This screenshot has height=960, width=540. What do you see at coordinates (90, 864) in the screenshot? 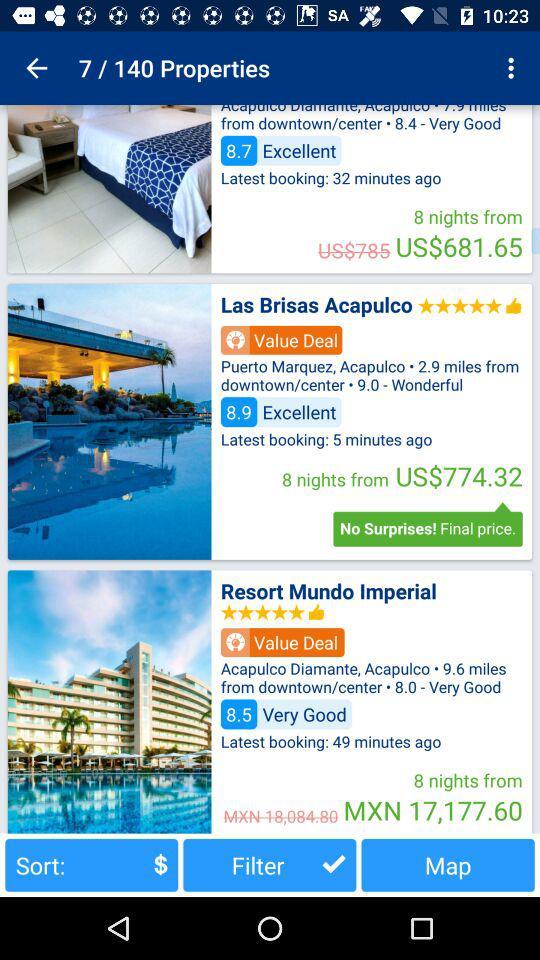
I see `sort:  button` at bounding box center [90, 864].